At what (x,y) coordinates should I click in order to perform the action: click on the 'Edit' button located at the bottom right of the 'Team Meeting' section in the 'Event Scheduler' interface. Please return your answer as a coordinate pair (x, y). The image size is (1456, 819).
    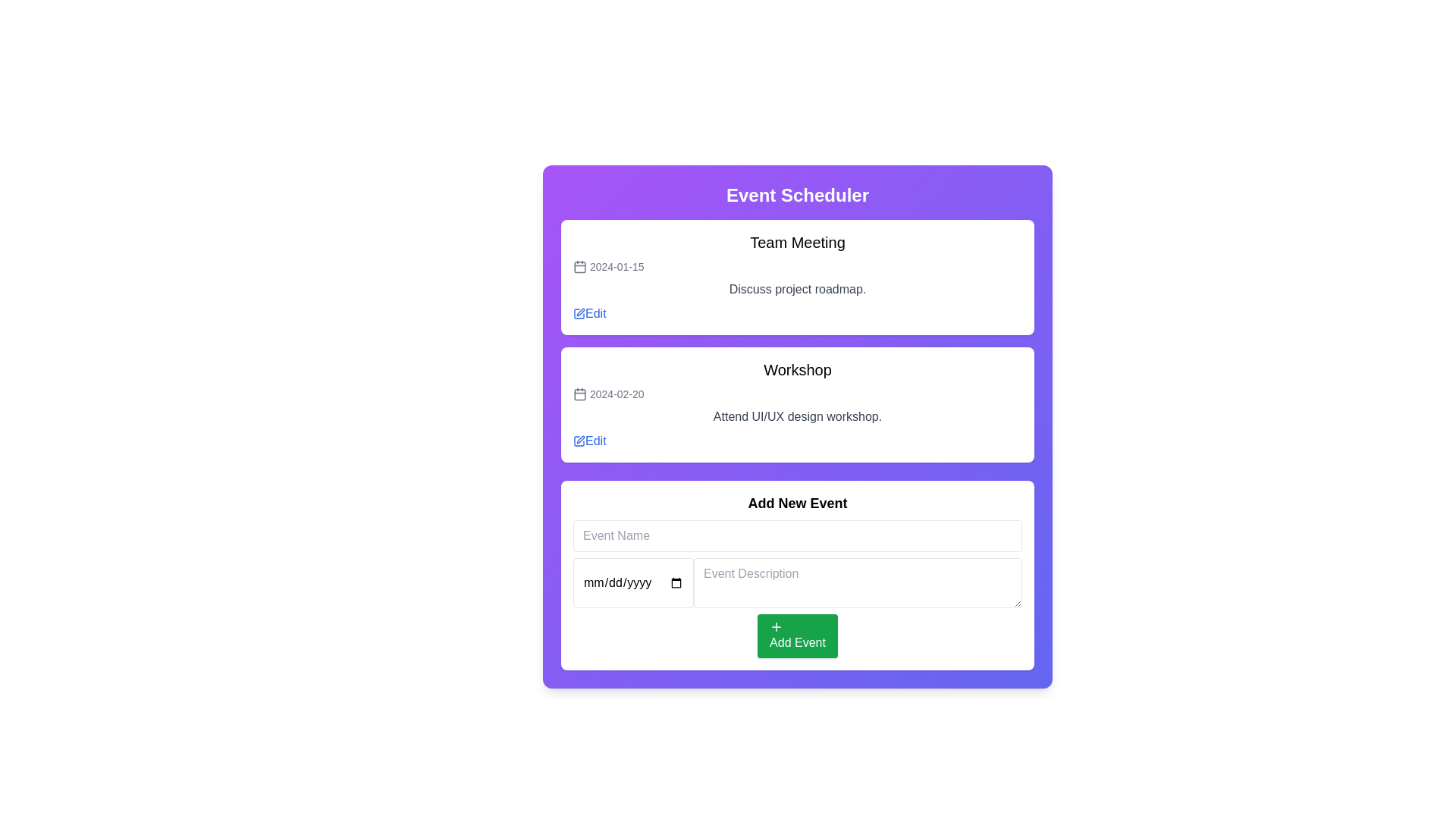
    Looking at the image, I should click on (588, 312).